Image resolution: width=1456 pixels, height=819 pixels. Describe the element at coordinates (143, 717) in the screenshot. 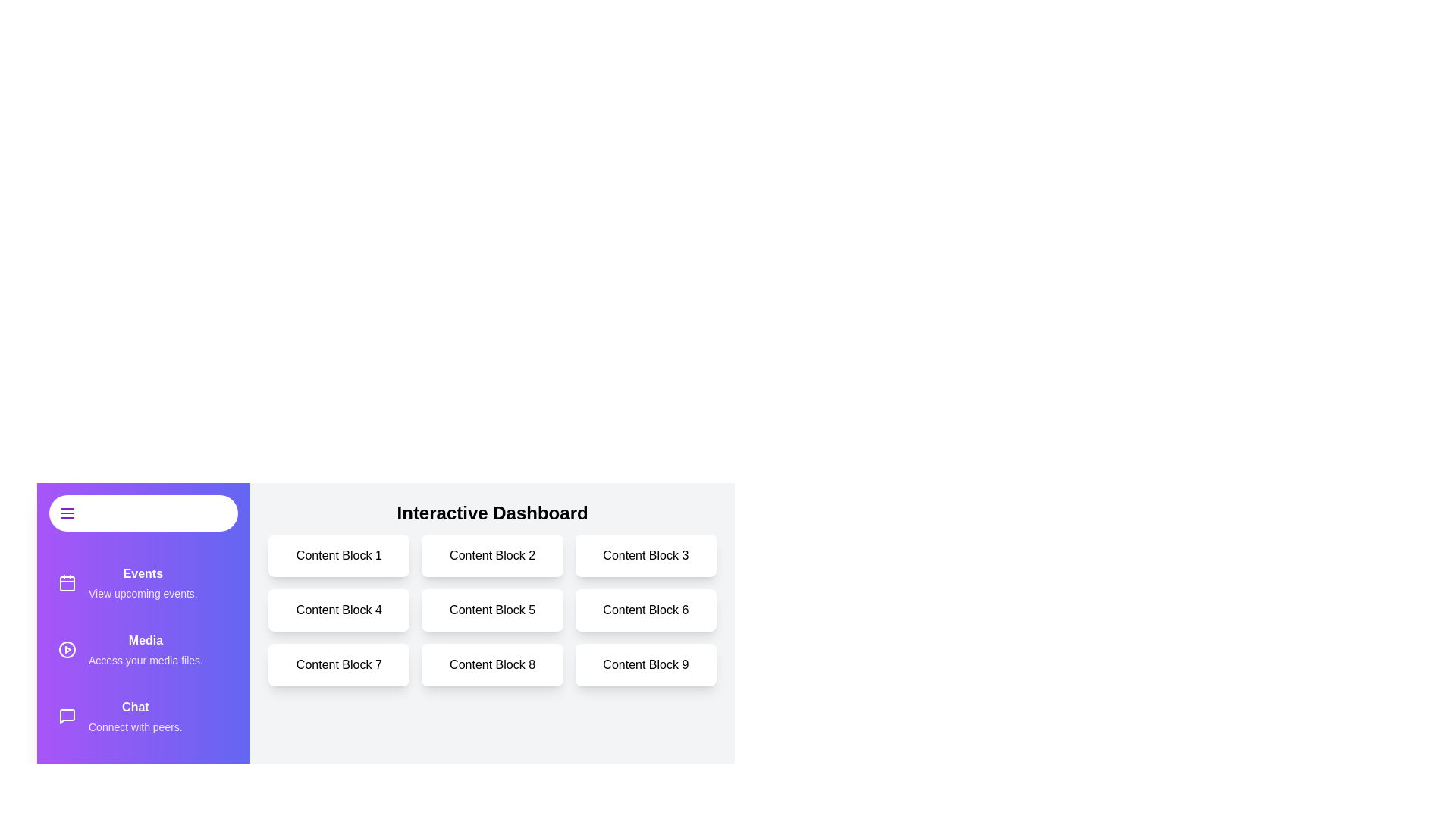

I see `the drawer item labeled 'Chat' to observe its hover effect` at that location.